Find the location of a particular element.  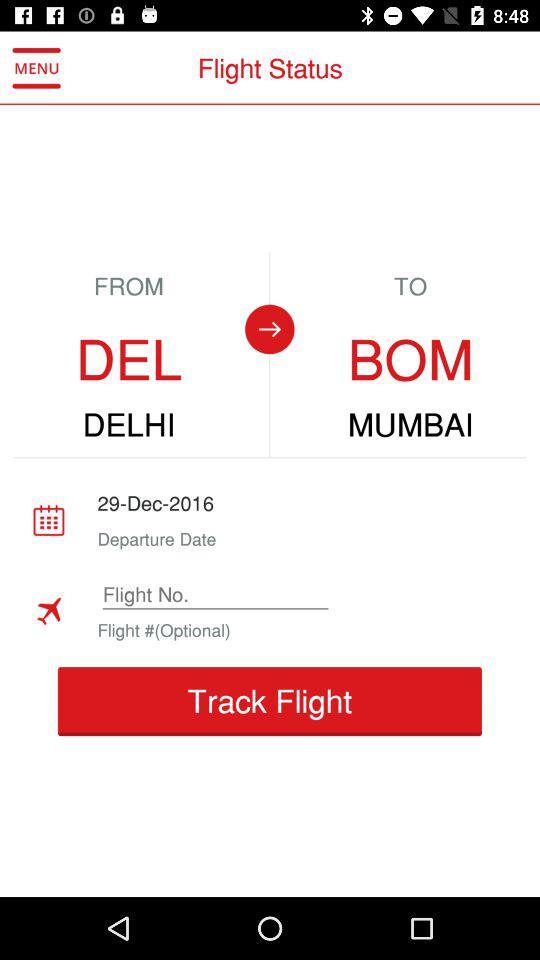

bom icon is located at coordinates (409, 360).